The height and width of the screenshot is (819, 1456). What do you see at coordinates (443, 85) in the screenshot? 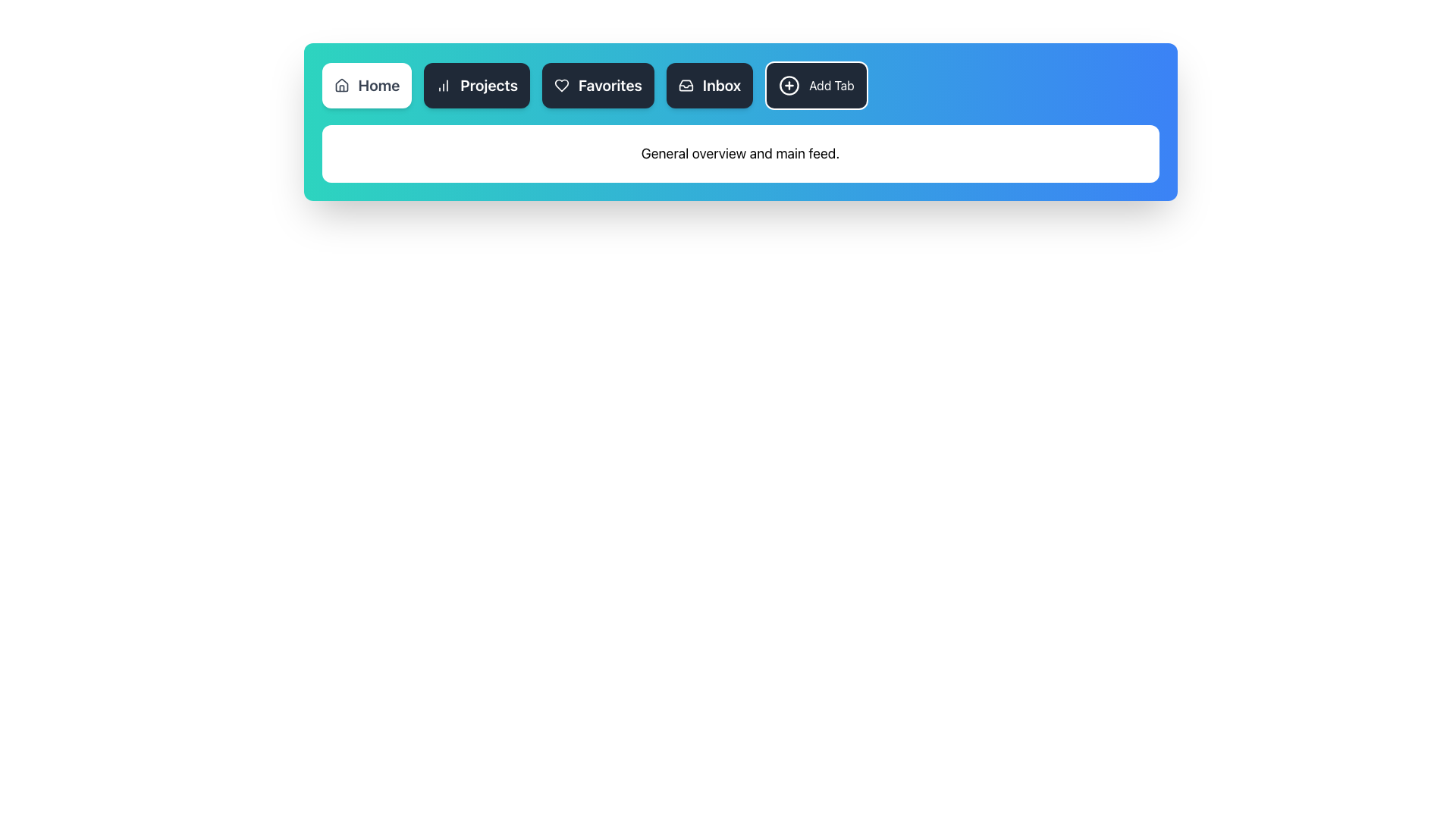
I see `the small icon displaying a bar chart with three vertical bars, located within the 'Projects' button in the navigation bar` at bounding box center [443, 85].